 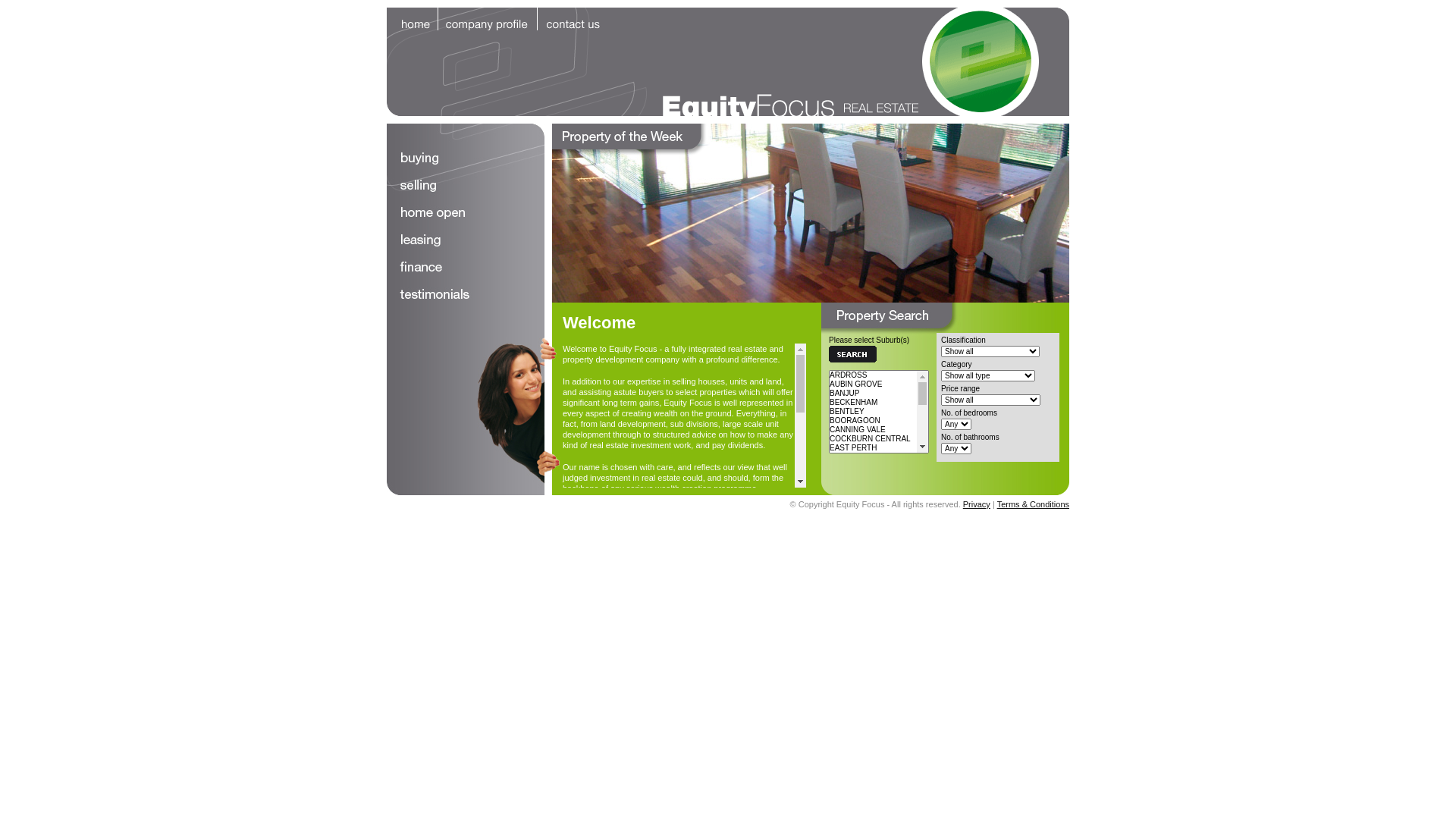 What do you see at coordinates (465, 158) in the screenshot?
I see `'buying'` at bounding box center [465, 158].